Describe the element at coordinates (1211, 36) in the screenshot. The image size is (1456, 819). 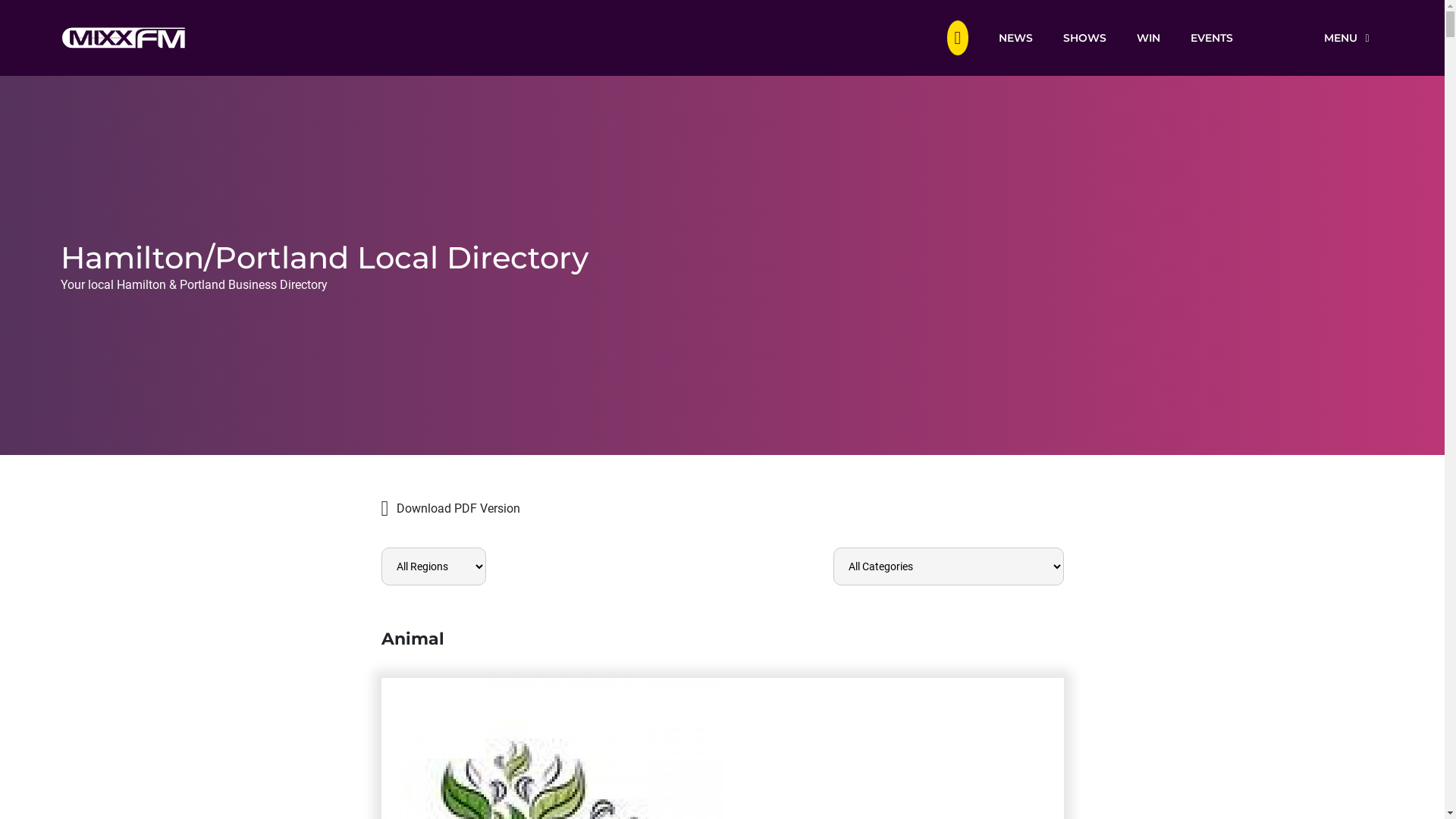
I see `'EVENTS'` at that location.